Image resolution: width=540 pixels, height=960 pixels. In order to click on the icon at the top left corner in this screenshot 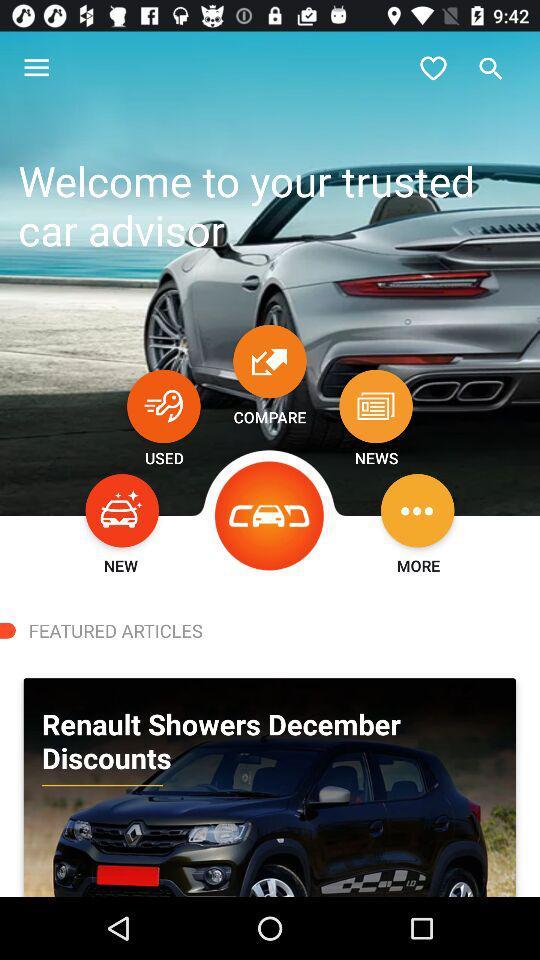, I will do `click(36, 68)`.